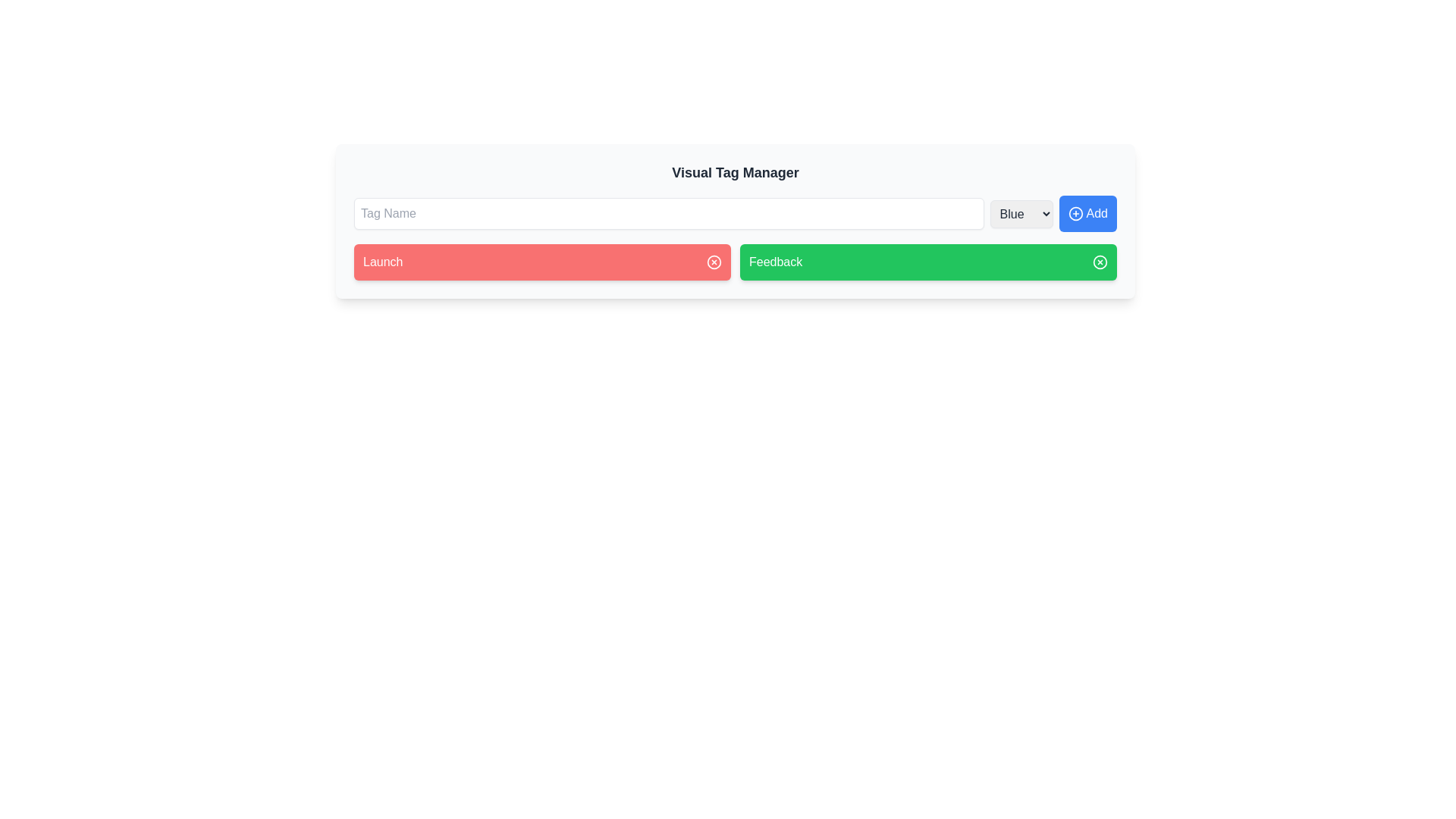  What do you see at coordinates (1075, 213) in the screenshot?
I see `the leftmost icon of the 'Add' button located in the top-right section of the interface to trigger potential visual feedback` at bounding box center [1075, 213].